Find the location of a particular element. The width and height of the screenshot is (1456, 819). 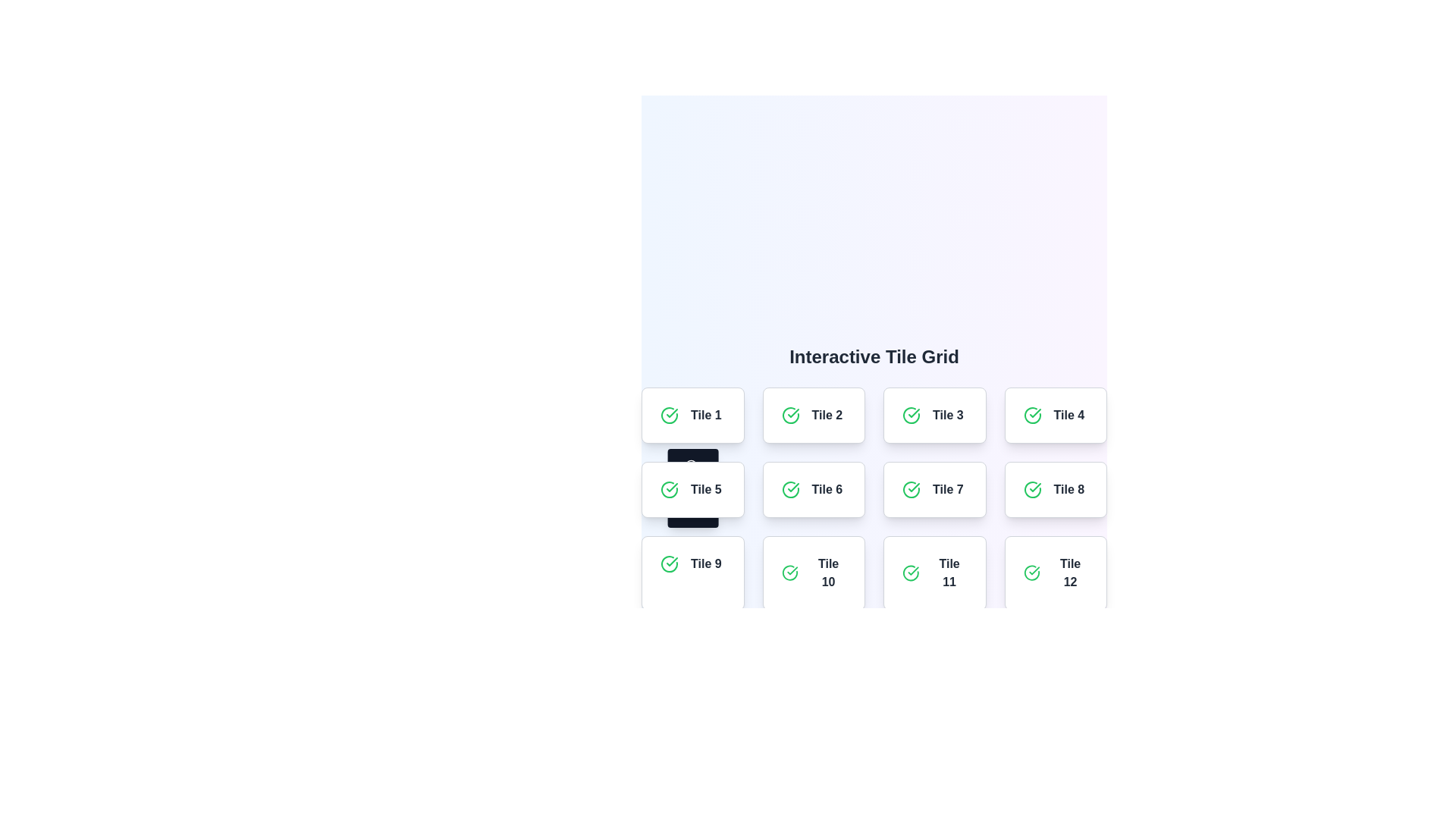

the SVG circle element located within 'Tile 5' is located at coordinates (690, 464).